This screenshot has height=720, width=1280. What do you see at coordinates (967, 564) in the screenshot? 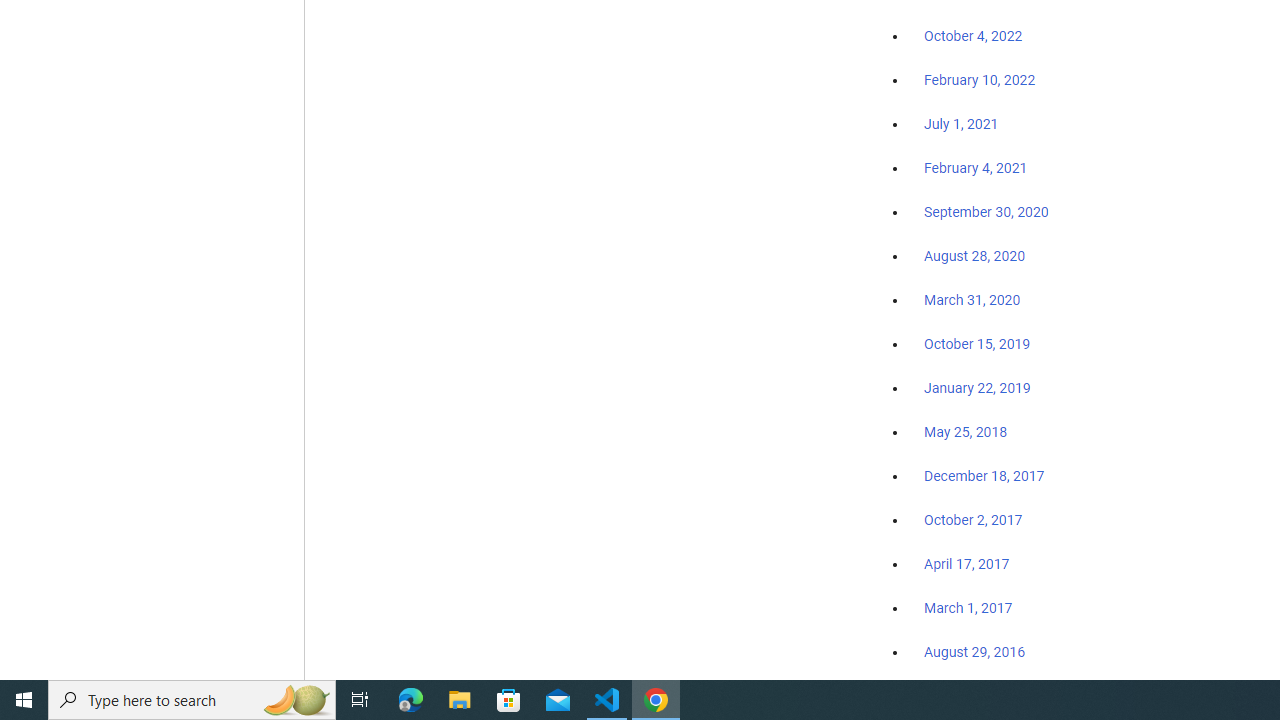
I see `'April 17, 2017'` at bounding box center [967, 564].